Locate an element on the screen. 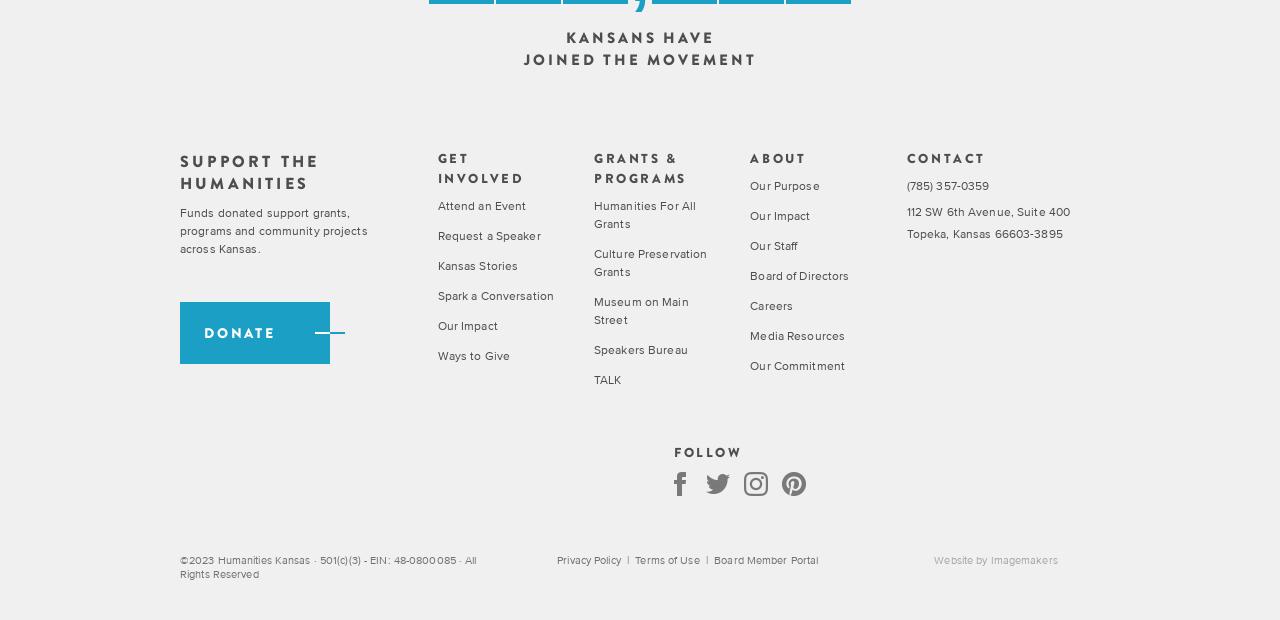 Image resolution: width=1280 pixels, height=620 pixels. 'Careers' is located at coordinates (770, 304).